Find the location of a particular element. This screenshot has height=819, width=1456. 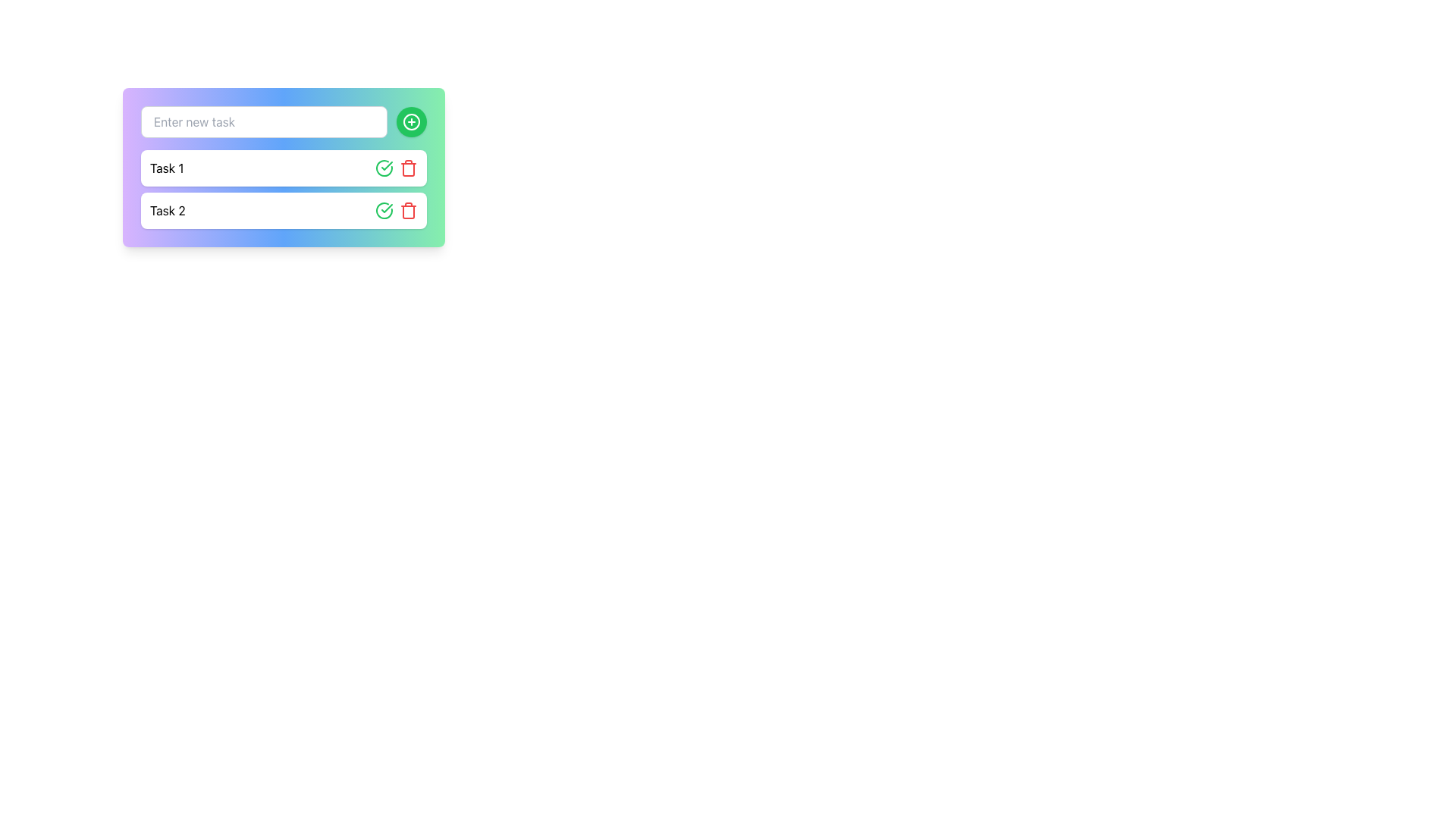

the SVG Circle Element representing the 'add' button located at the top-right corner of the task management interface is located at coordinates (411, 121).